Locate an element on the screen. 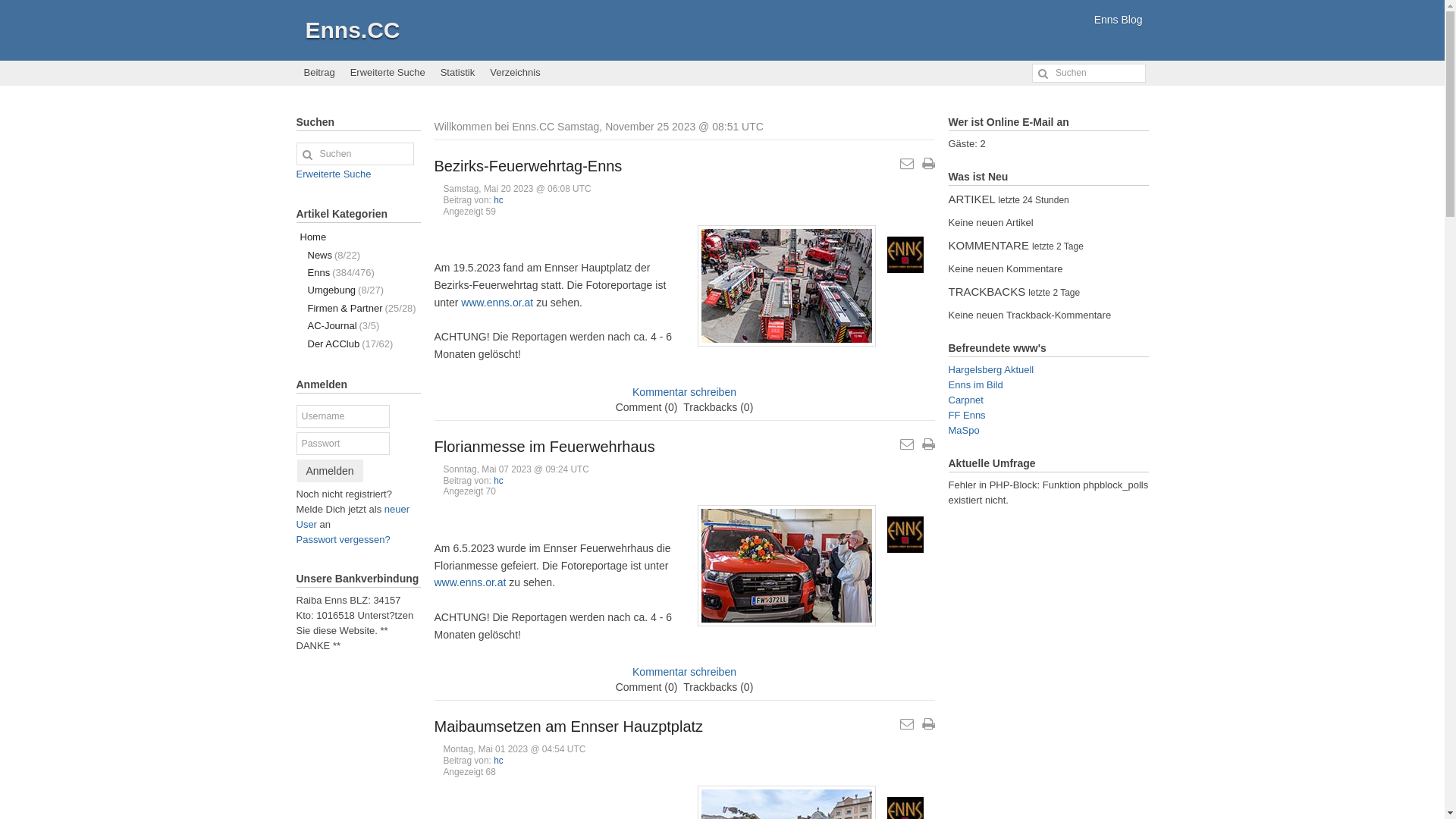 The height and width of the screenshot is (819, 1456). 'hc' is located at coordinates (494, 760).